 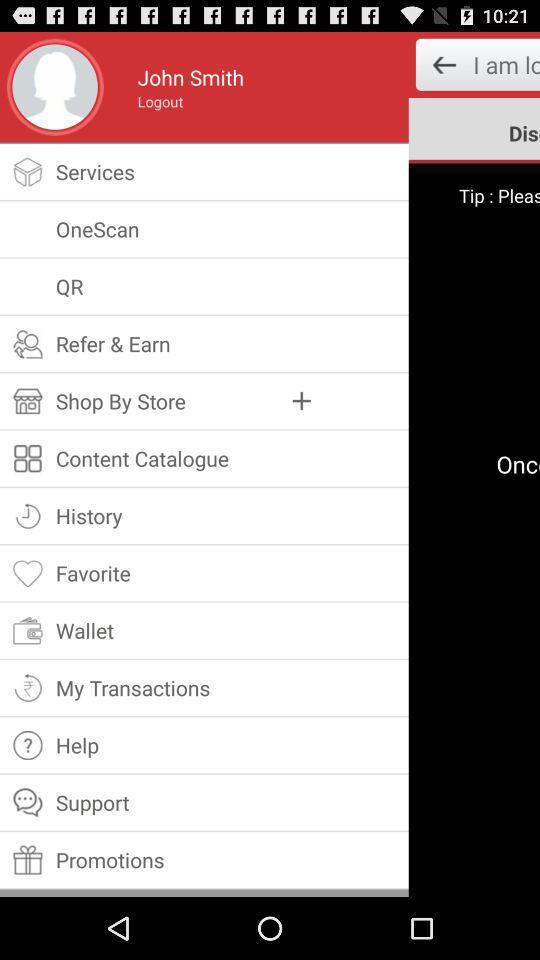 What do you see at coordinates (27, 170) in the screenshot?
I see `the symbol which is on the left side of services` at bounding box center [27, 170].